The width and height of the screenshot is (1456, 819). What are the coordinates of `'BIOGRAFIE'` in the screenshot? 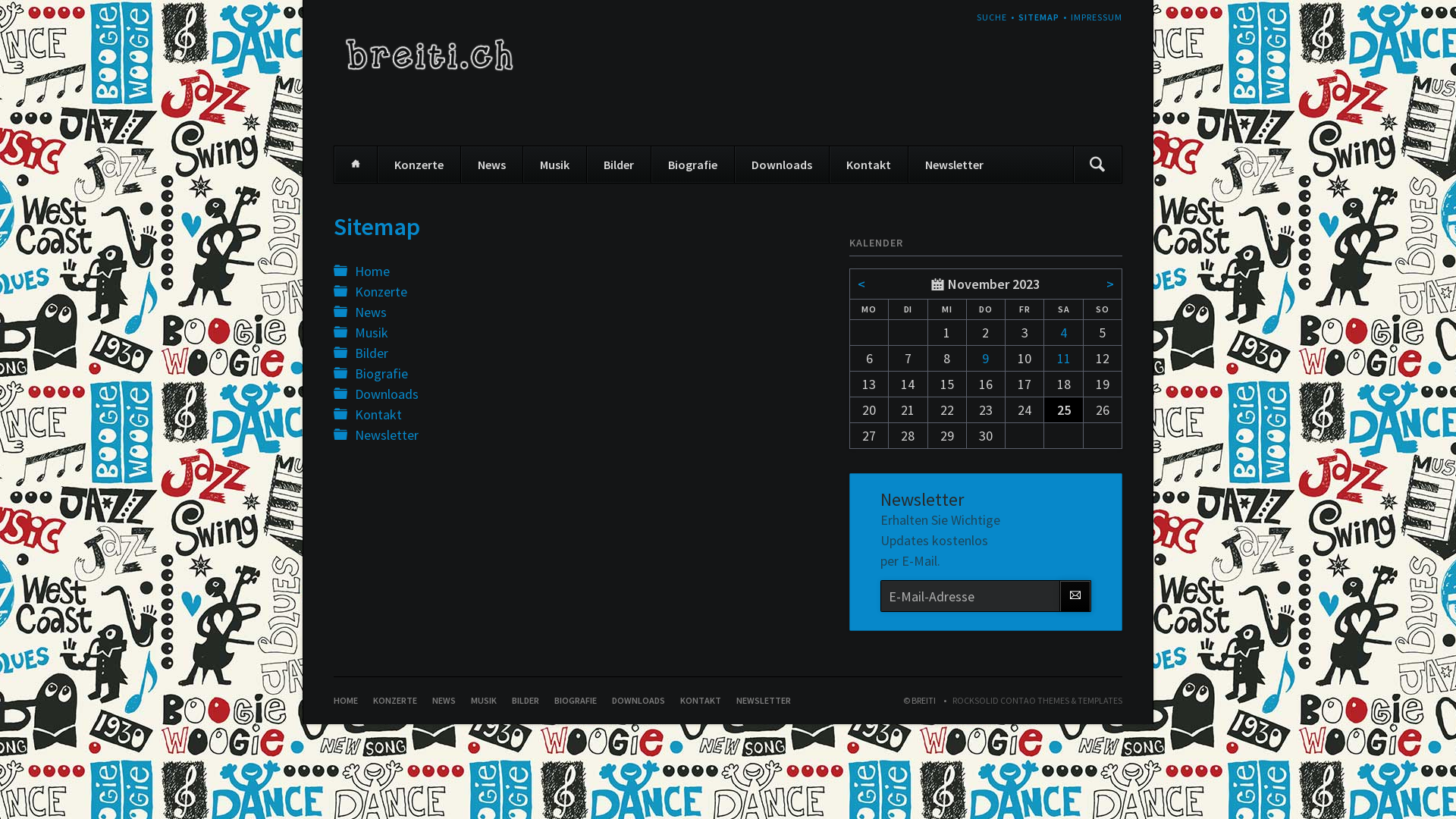 It's located at (574, 700).